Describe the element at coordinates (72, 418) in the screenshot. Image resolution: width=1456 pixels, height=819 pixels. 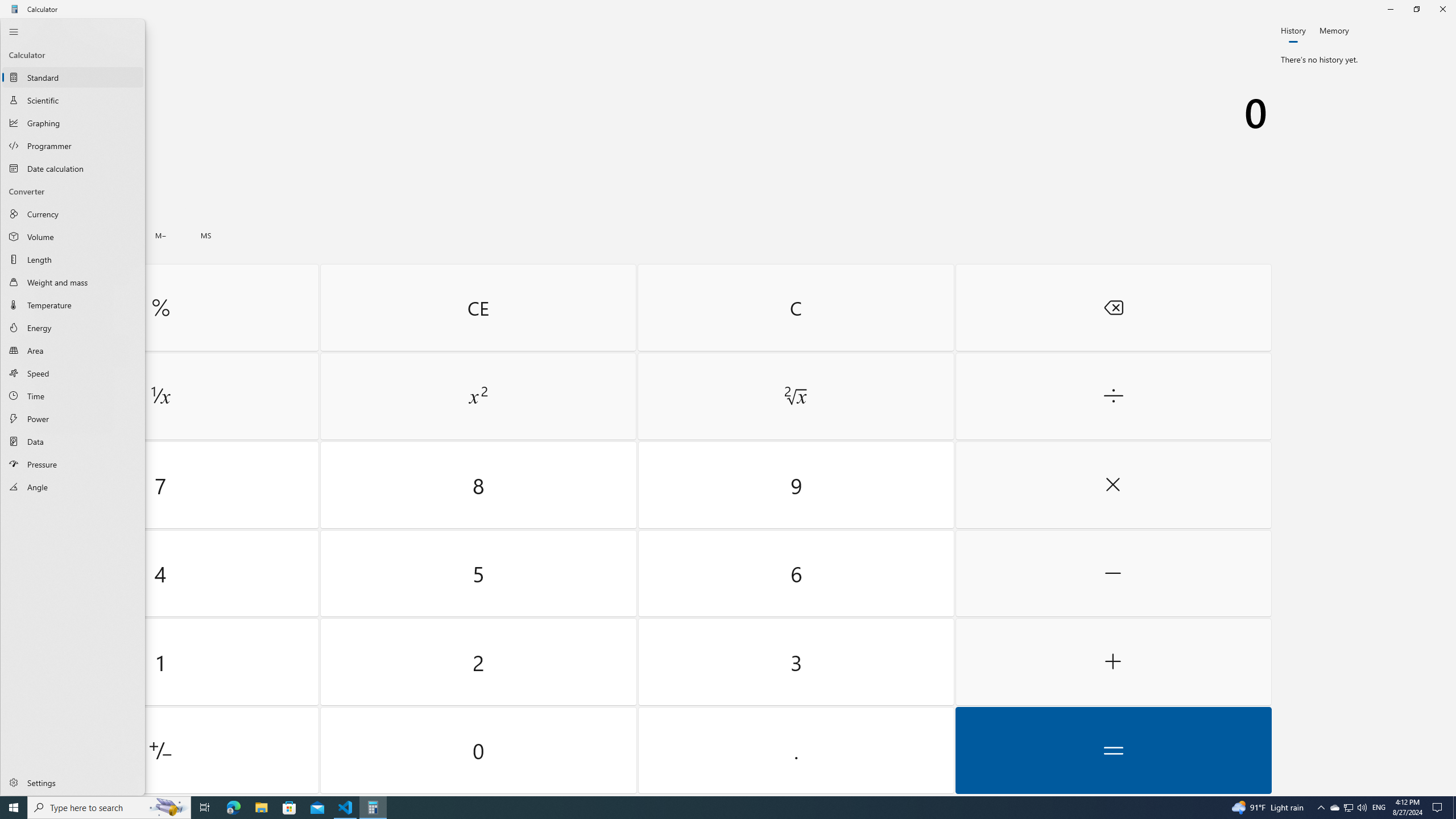
I see `'Power Converter'` at that location.